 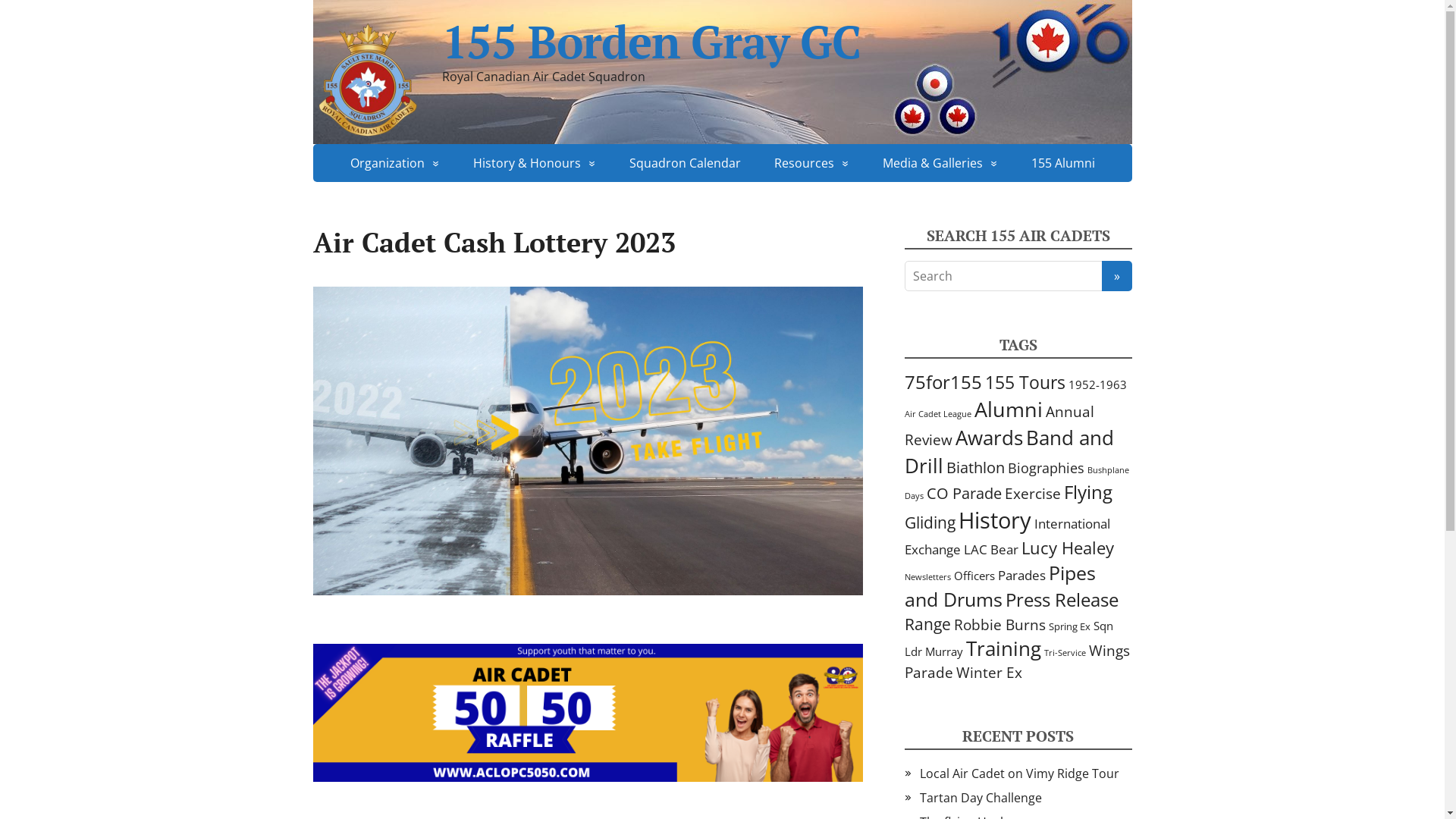 What do you see at coordinates (973, 408) in the screenshot?
I see `'Alumni'` at bounding box center [973, 408].